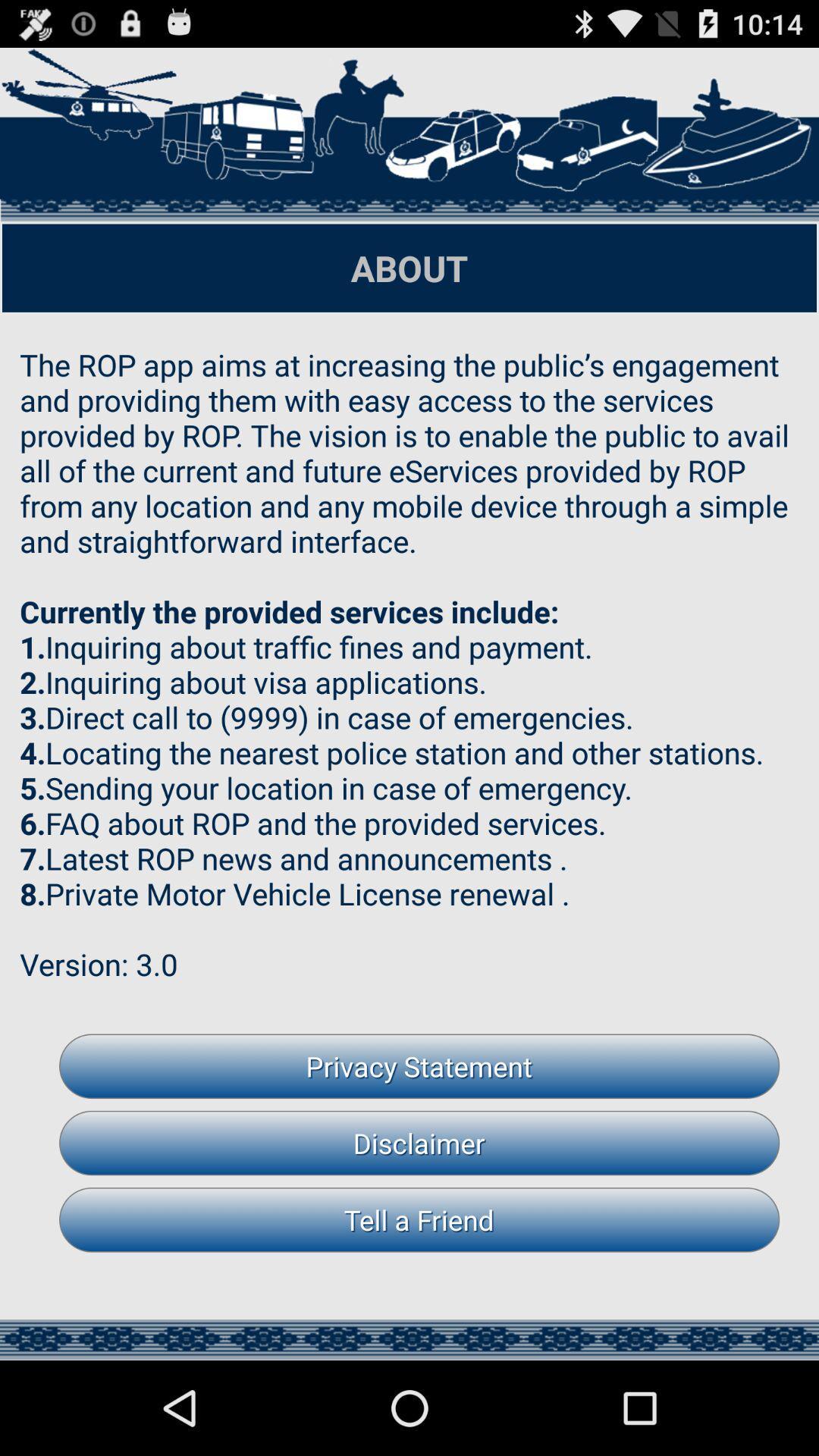  I want to click on tell a friend item, so click(419, 1219).